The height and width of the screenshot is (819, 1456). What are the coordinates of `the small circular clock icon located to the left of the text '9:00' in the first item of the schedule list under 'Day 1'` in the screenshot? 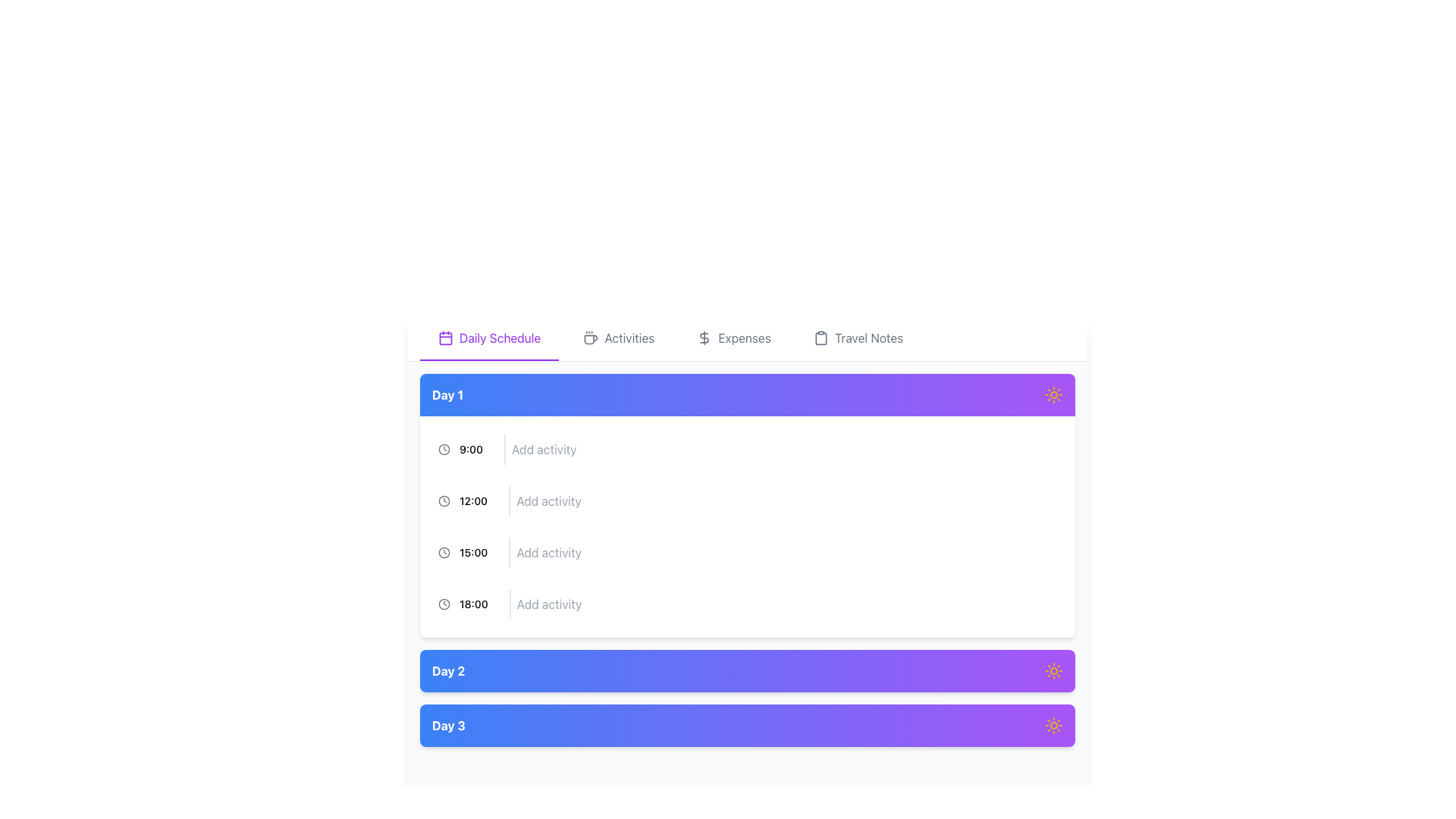 It's located at (443, 449).